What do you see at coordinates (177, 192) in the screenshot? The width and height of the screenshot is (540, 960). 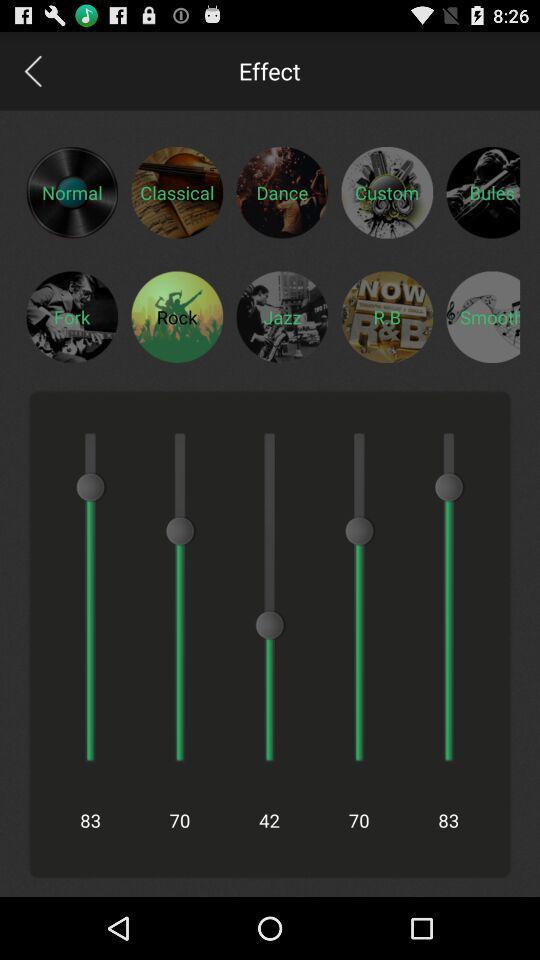 I see `classical` at bounding box center [177, 192].